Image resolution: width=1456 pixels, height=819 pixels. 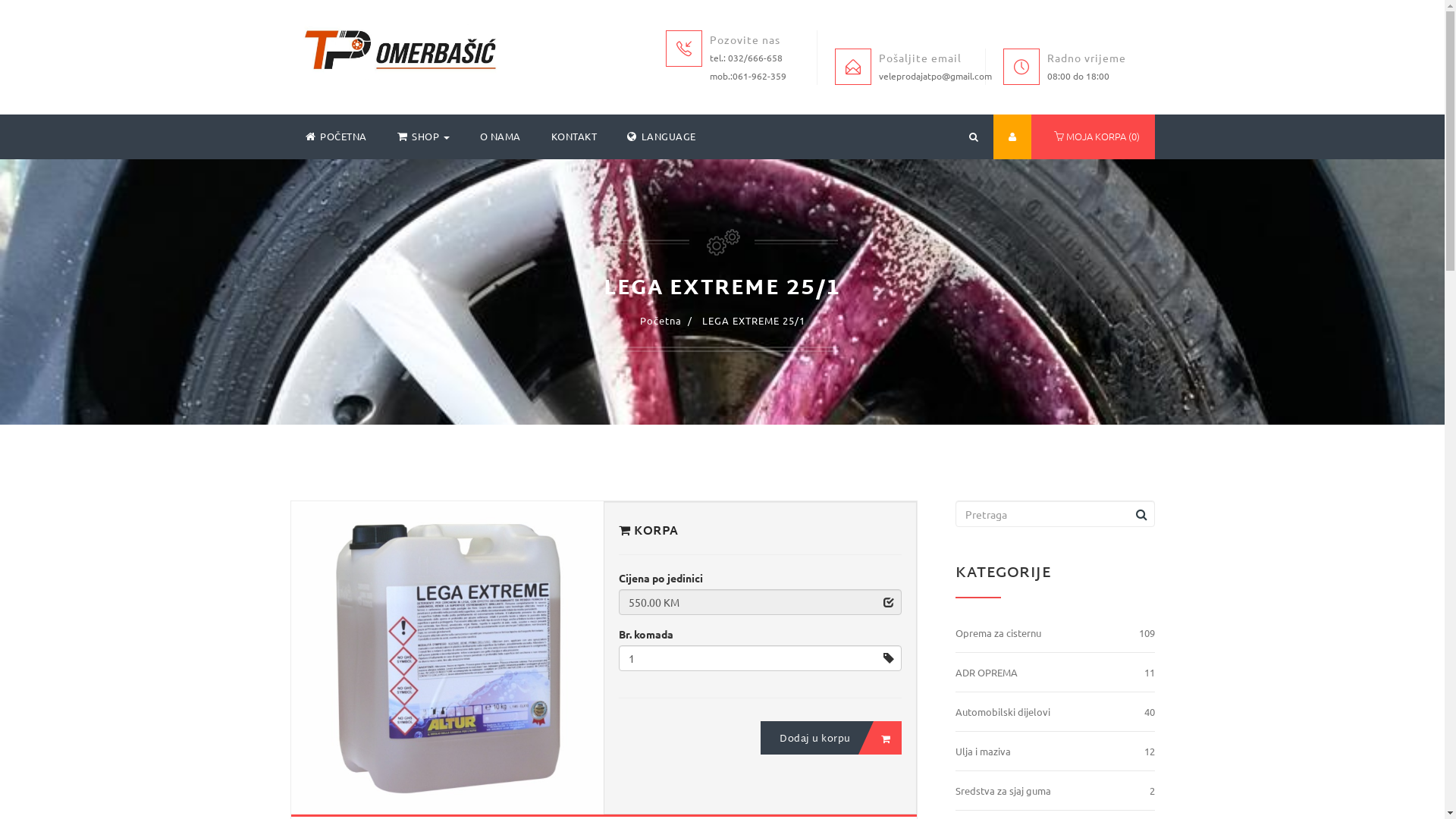 What do you see at coordinates (954, 633) in the screenshot?
I see `'Oprema za cisternu` at bounding box center [954, 633].